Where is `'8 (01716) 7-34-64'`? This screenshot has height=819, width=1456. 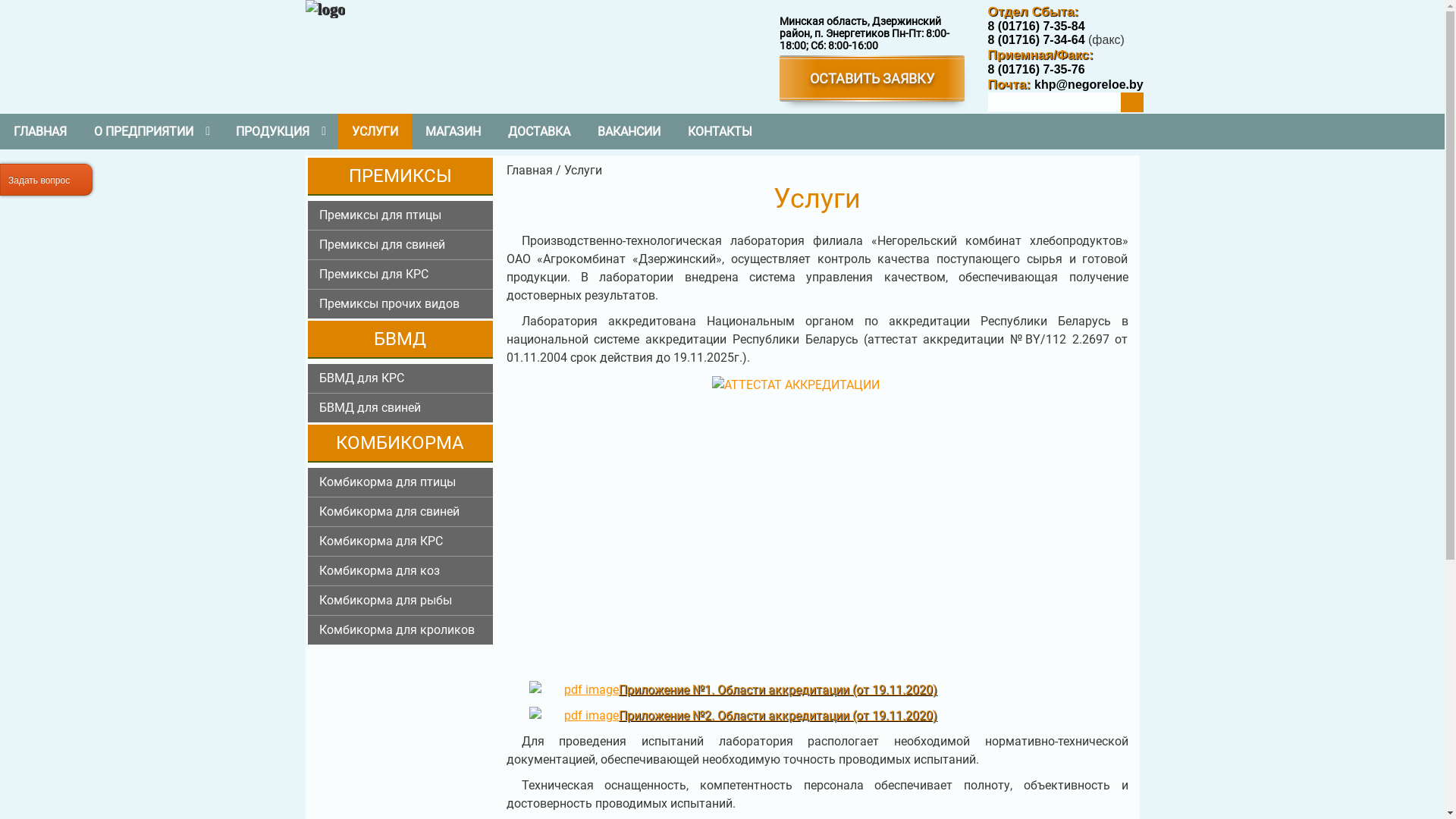
'8 (01716) 7-34-64' is located at coordinates (1035, 39).